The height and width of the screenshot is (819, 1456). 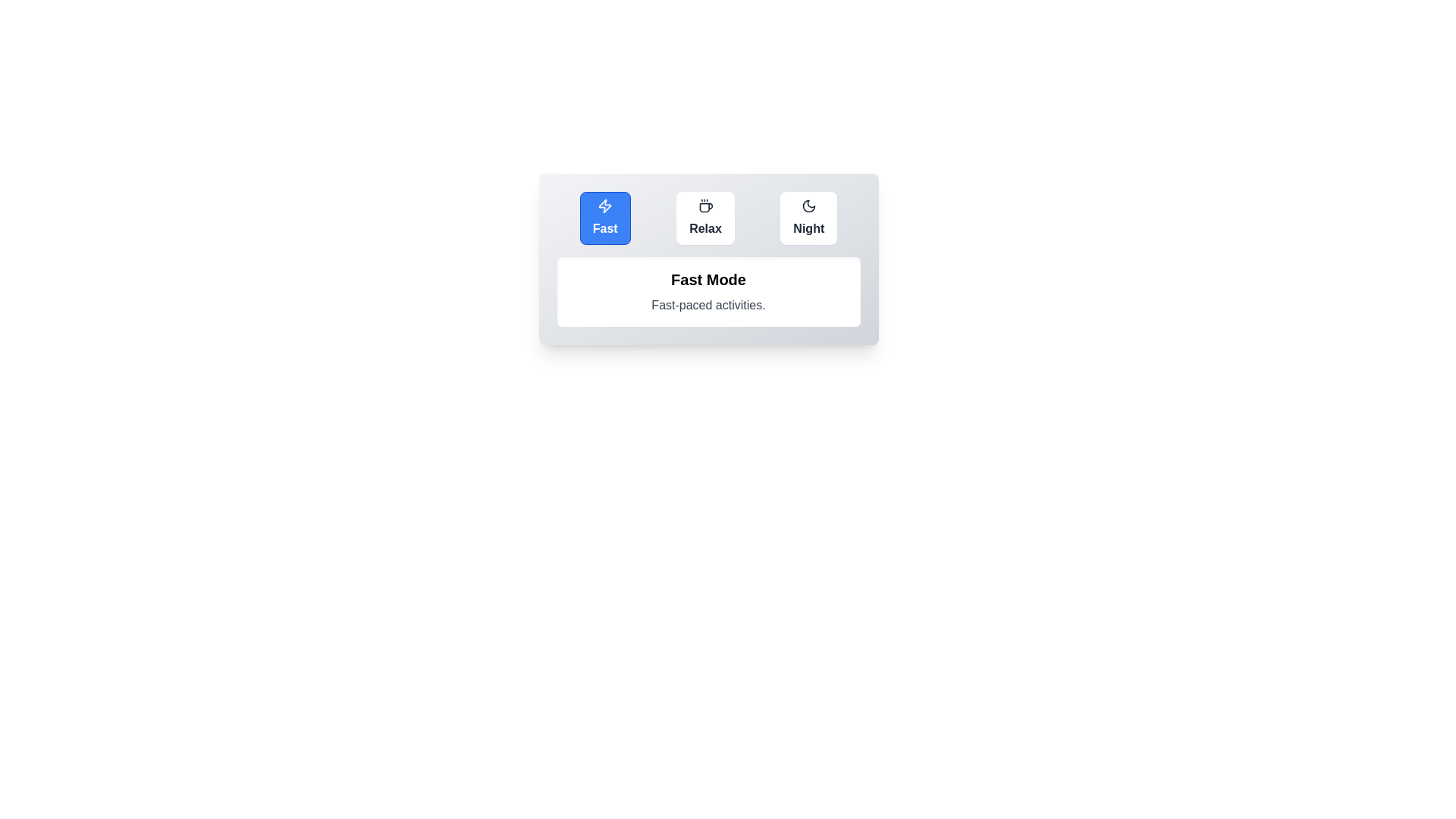 I want to click on the 'Fast' button, which is a rectangular button with a blue background and white text, featuring a lightning bolt icon above the text. It is the first button in a group of three aligned horizontally, so click(x=604, y=218).